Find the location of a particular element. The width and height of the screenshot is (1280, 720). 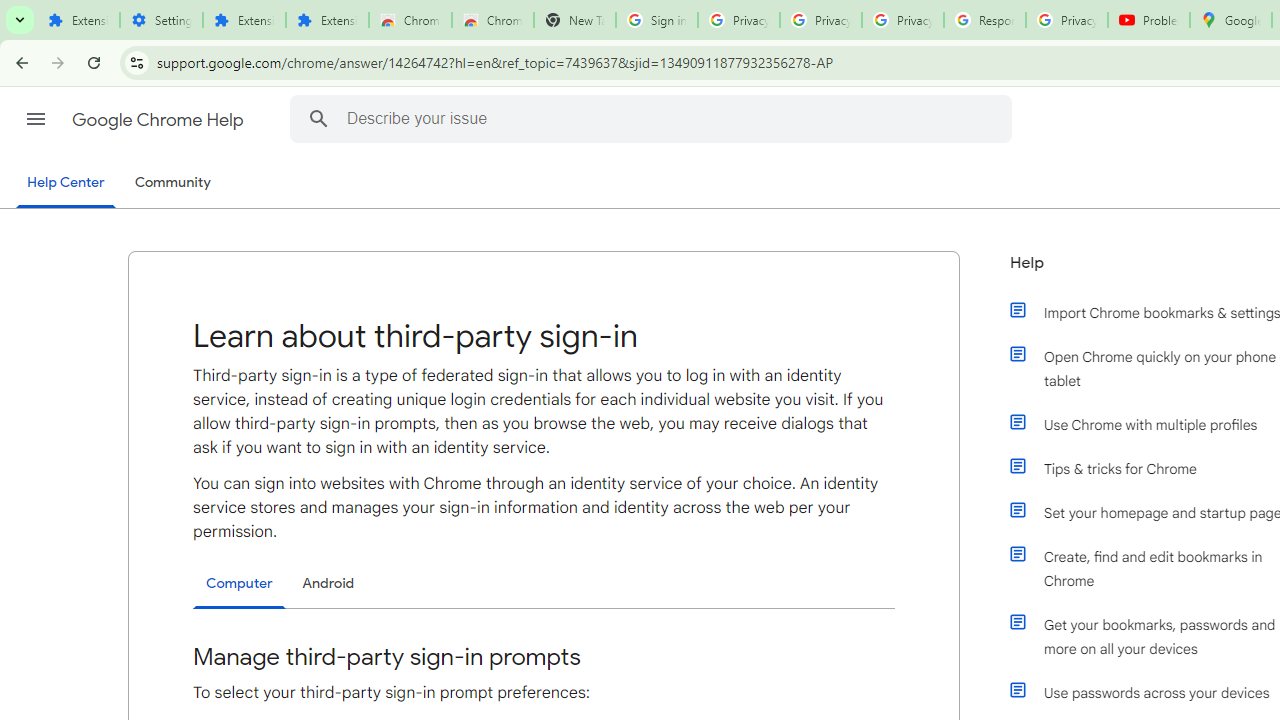

'Sign in - Google Accounts' is located at coordinates (656, 20).